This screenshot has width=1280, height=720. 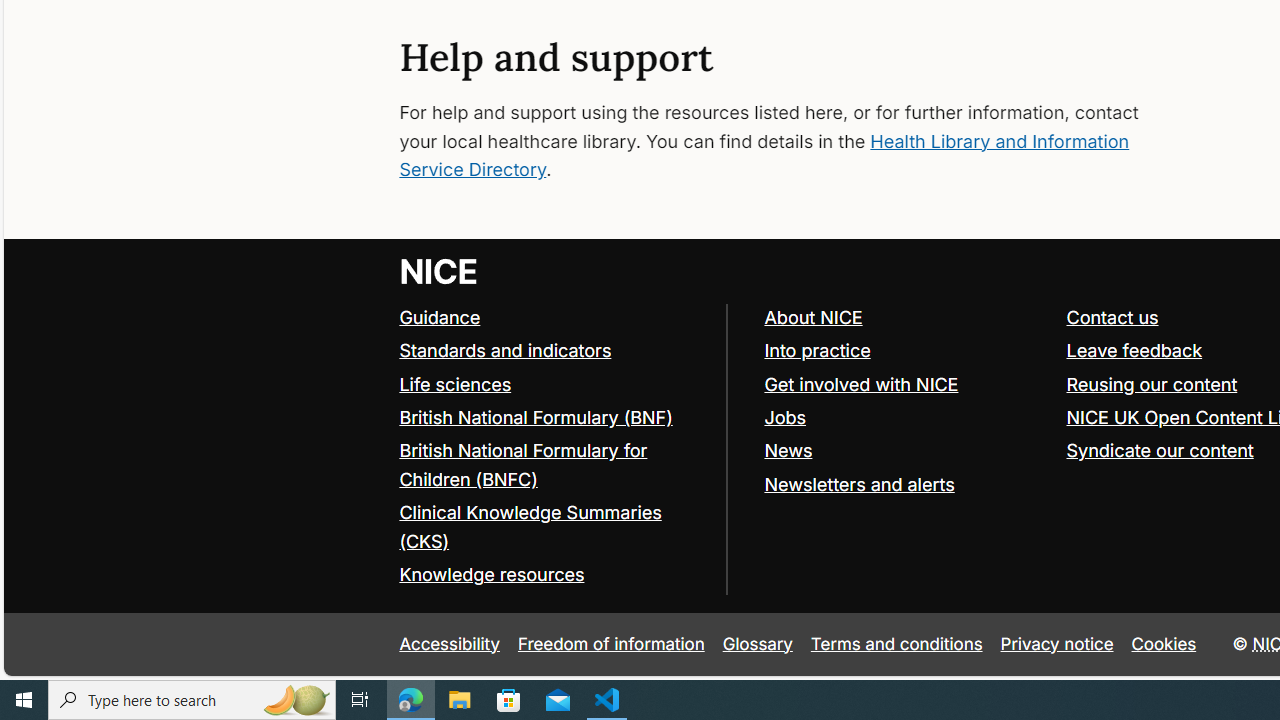 What do you see at coordinates (1164, 644) in the screenshot?
I see `'Cookies'` at bounding box center [1164, 644].